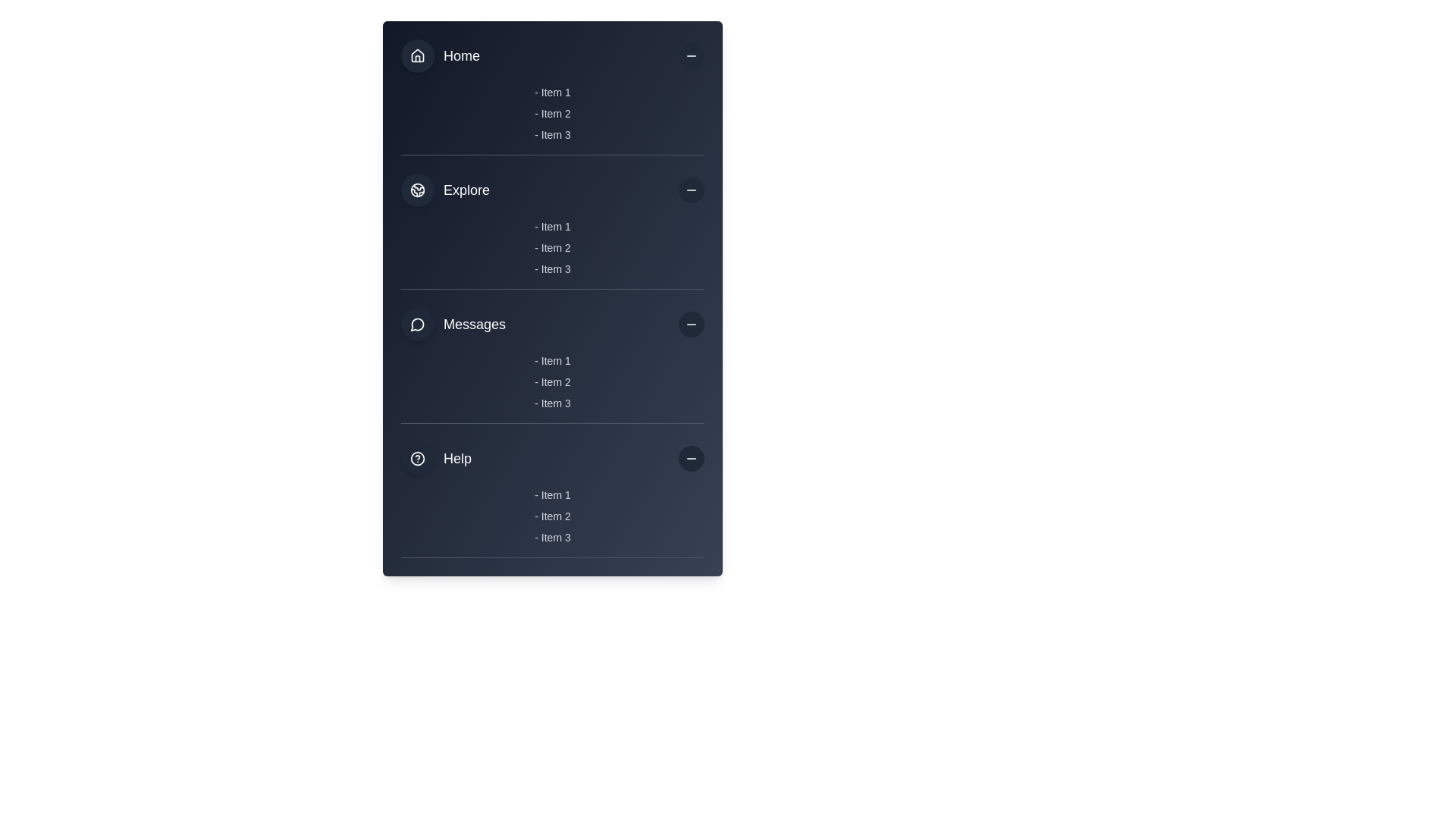  What do you see at coordinates (435, 458) in the screenshot?
I see `the 'Help' text and icon link, which includes a circular question mark icon and is located in the bottom section of the navigation menu, below 'Messages.'` at bounding box center [435, 458].